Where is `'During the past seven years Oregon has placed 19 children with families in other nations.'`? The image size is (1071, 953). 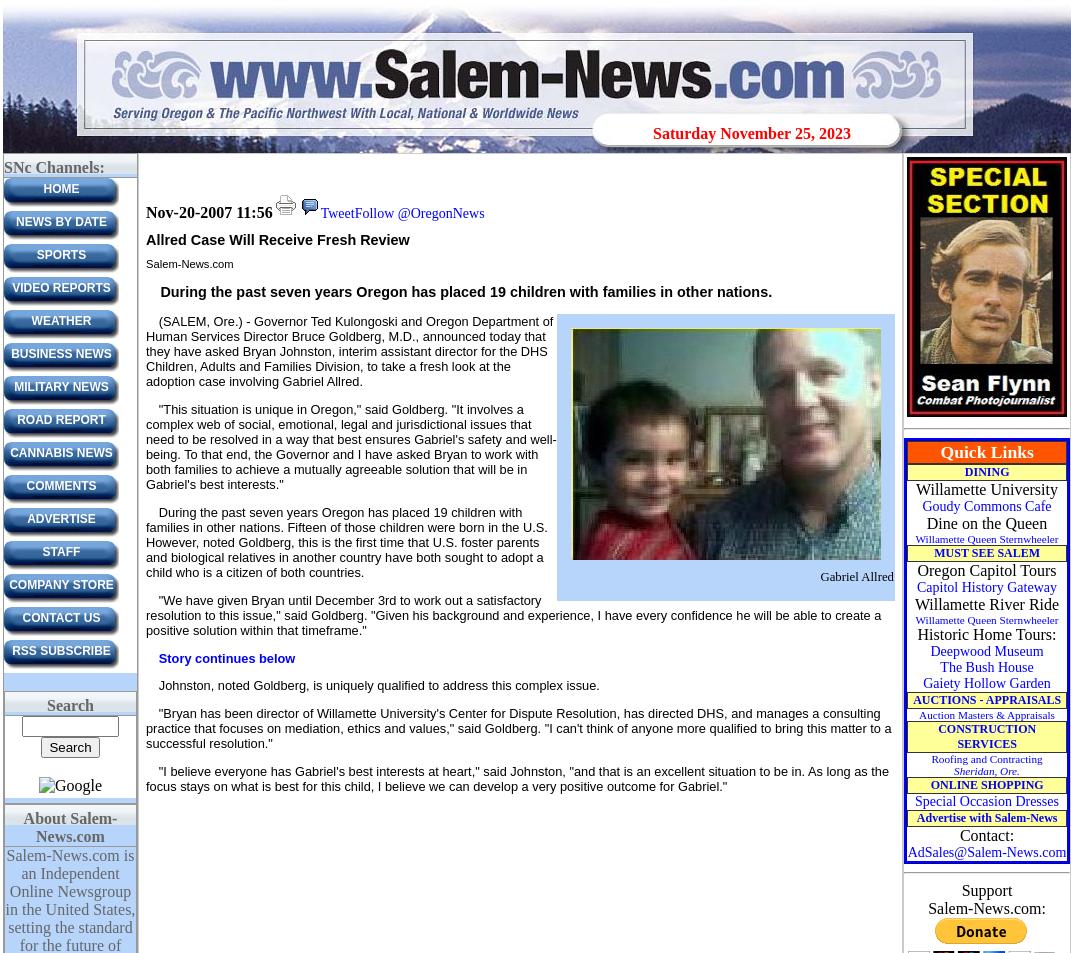 'During the past seven years Oregon has placed 19 children with families in other nations.' is located at coordinates (464, 290).